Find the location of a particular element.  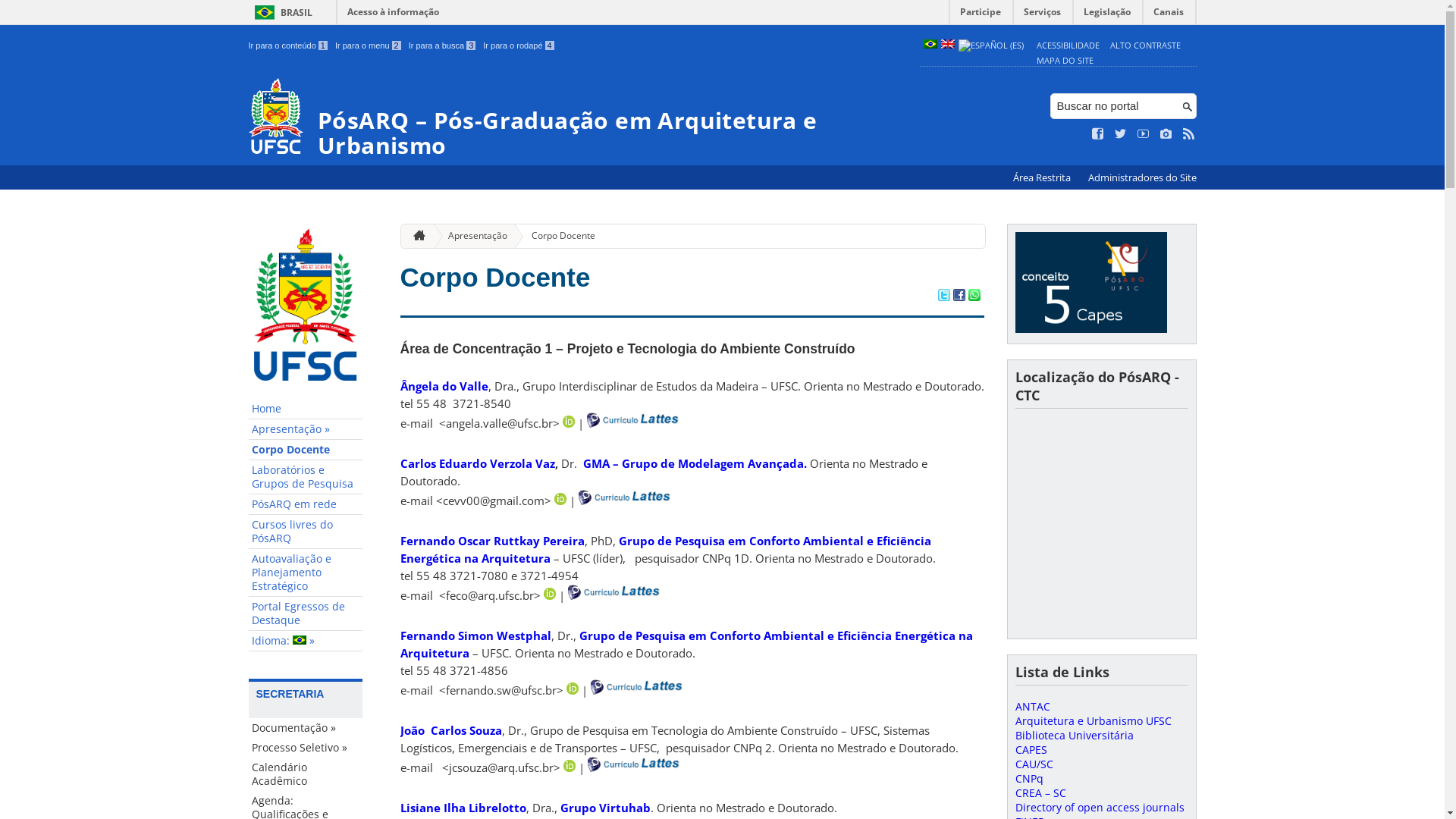

'CAPES' is located at coordinates (1030, 748).